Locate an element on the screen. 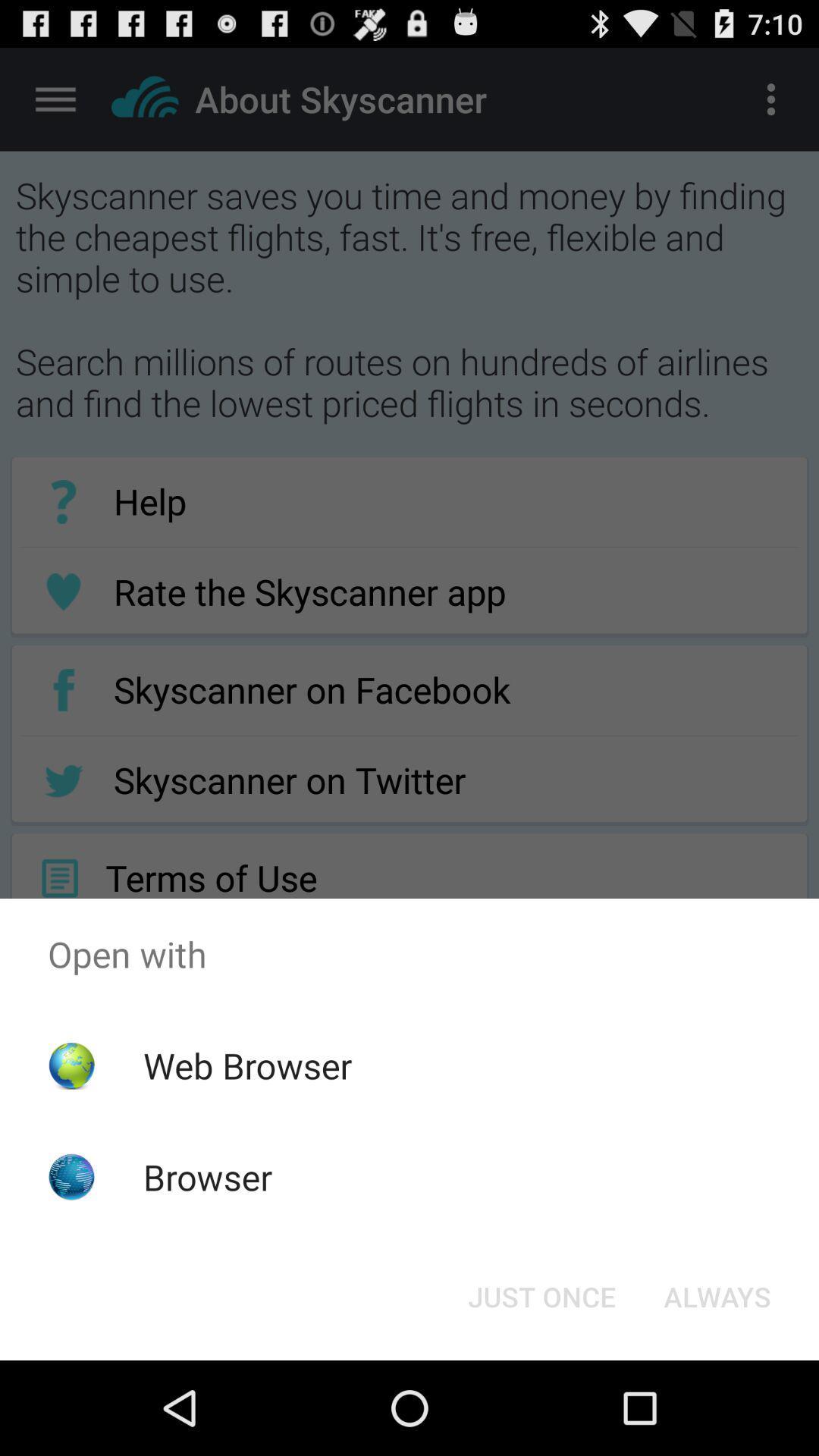 The height and width of the screenshot is (1456, 819). the item at the bottom is located at coordinates (541, 1295).